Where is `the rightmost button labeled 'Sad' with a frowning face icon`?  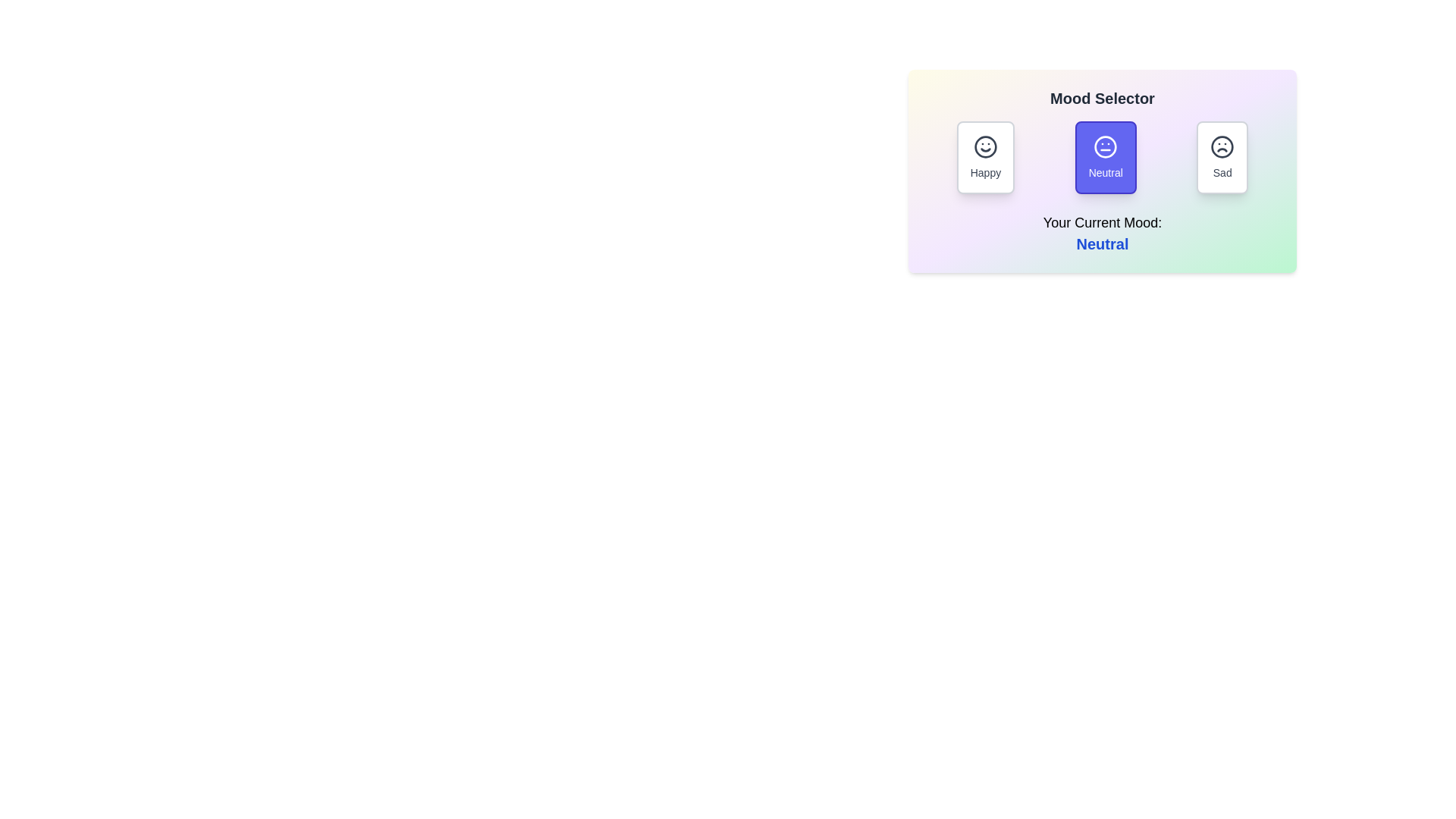 the rightmost button labeled 'Sad' with a frowning face icon is located at coordinates (1222, 158).